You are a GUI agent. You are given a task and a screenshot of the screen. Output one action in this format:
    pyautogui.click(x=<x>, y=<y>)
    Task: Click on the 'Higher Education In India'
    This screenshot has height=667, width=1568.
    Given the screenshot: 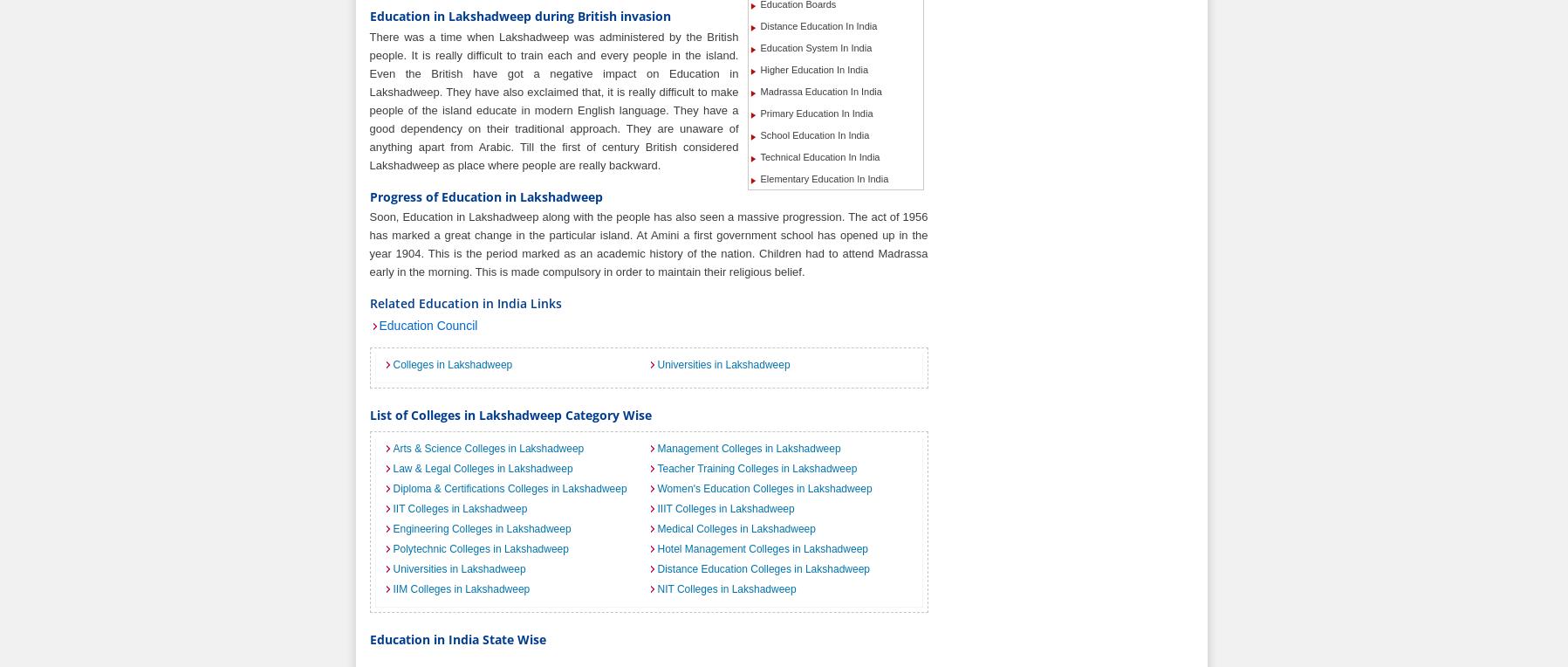 What is the action you would take?
    pyautogui.click(x=759, y=69)
    